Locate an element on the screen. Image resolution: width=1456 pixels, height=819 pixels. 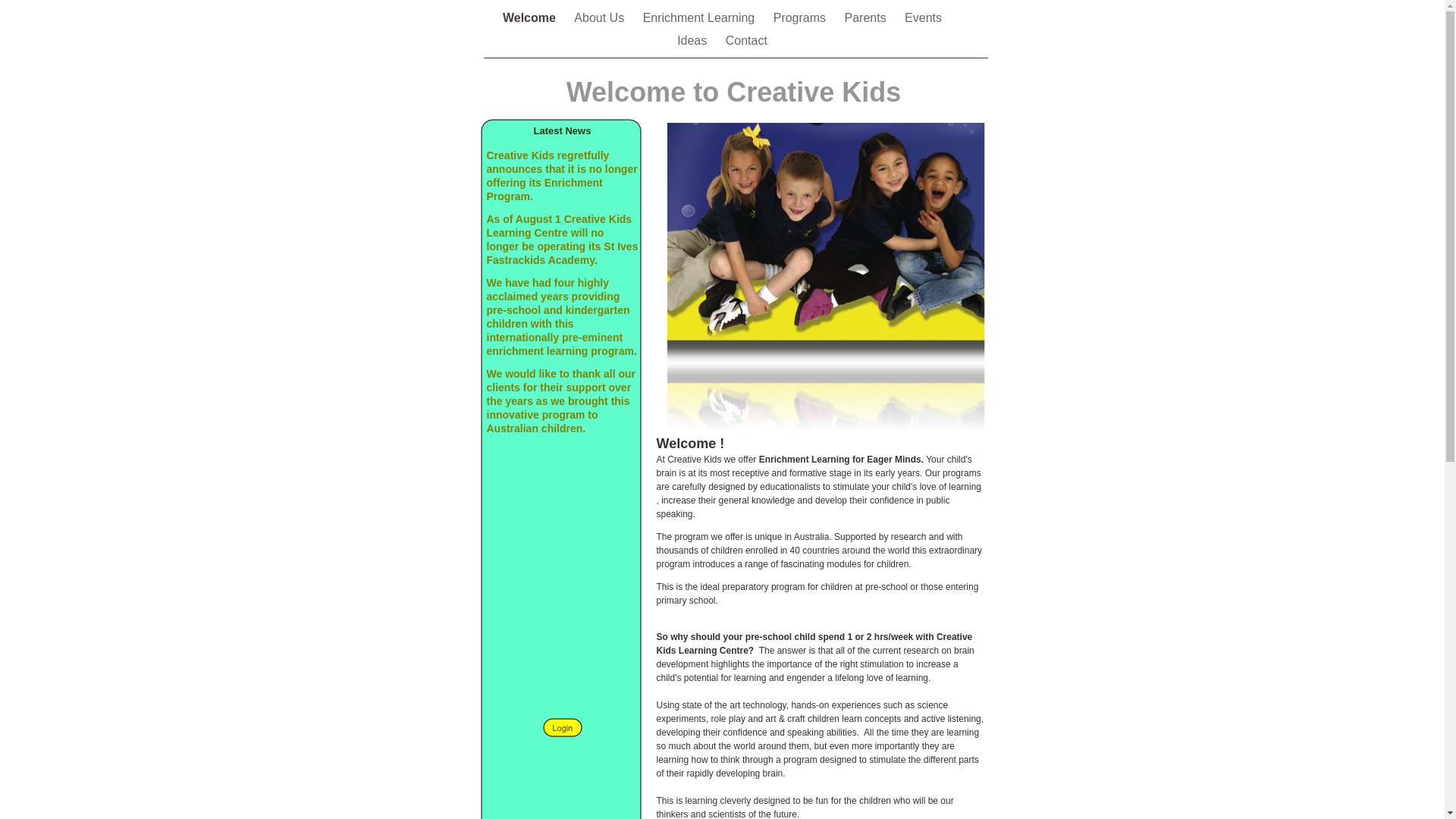
'About Us' is located at coordinates (600, 17).